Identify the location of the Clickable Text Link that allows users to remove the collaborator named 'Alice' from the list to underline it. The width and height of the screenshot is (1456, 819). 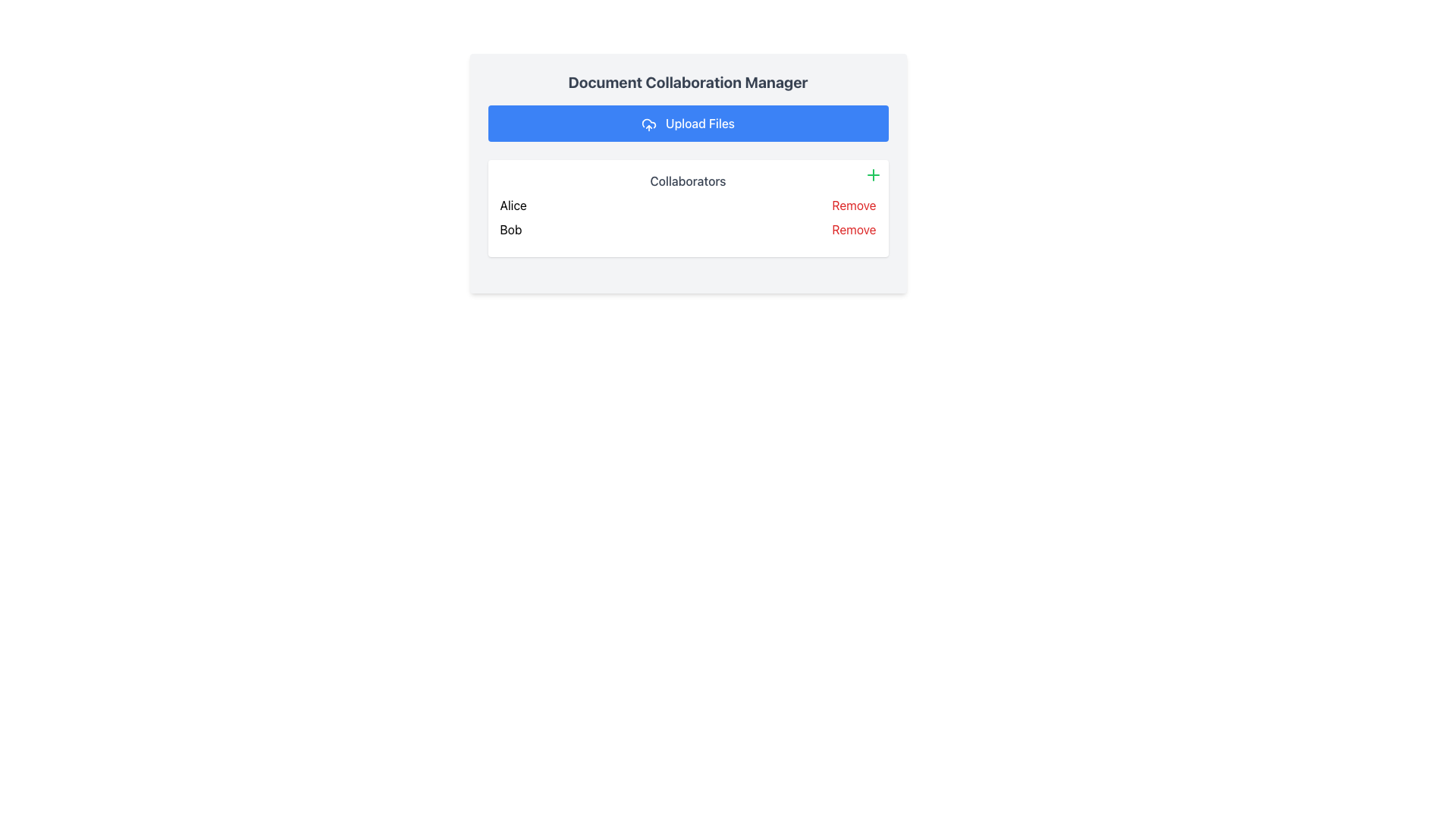
(854, 205).